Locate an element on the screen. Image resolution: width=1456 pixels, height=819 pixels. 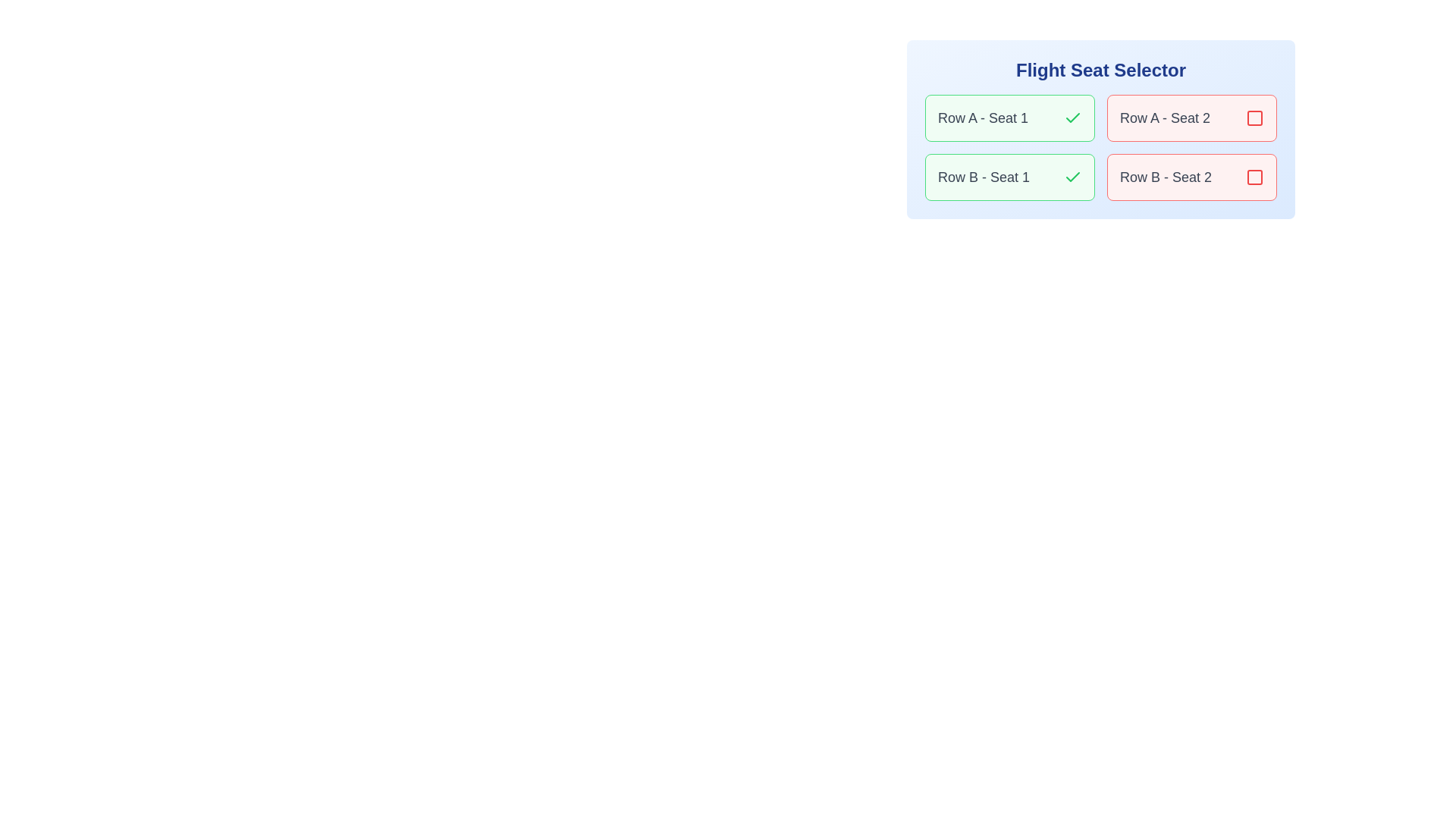
the small square button with a red stroke located in the panel labeled 'Row B - Seat 2' is located at coordinates (1255, 177).